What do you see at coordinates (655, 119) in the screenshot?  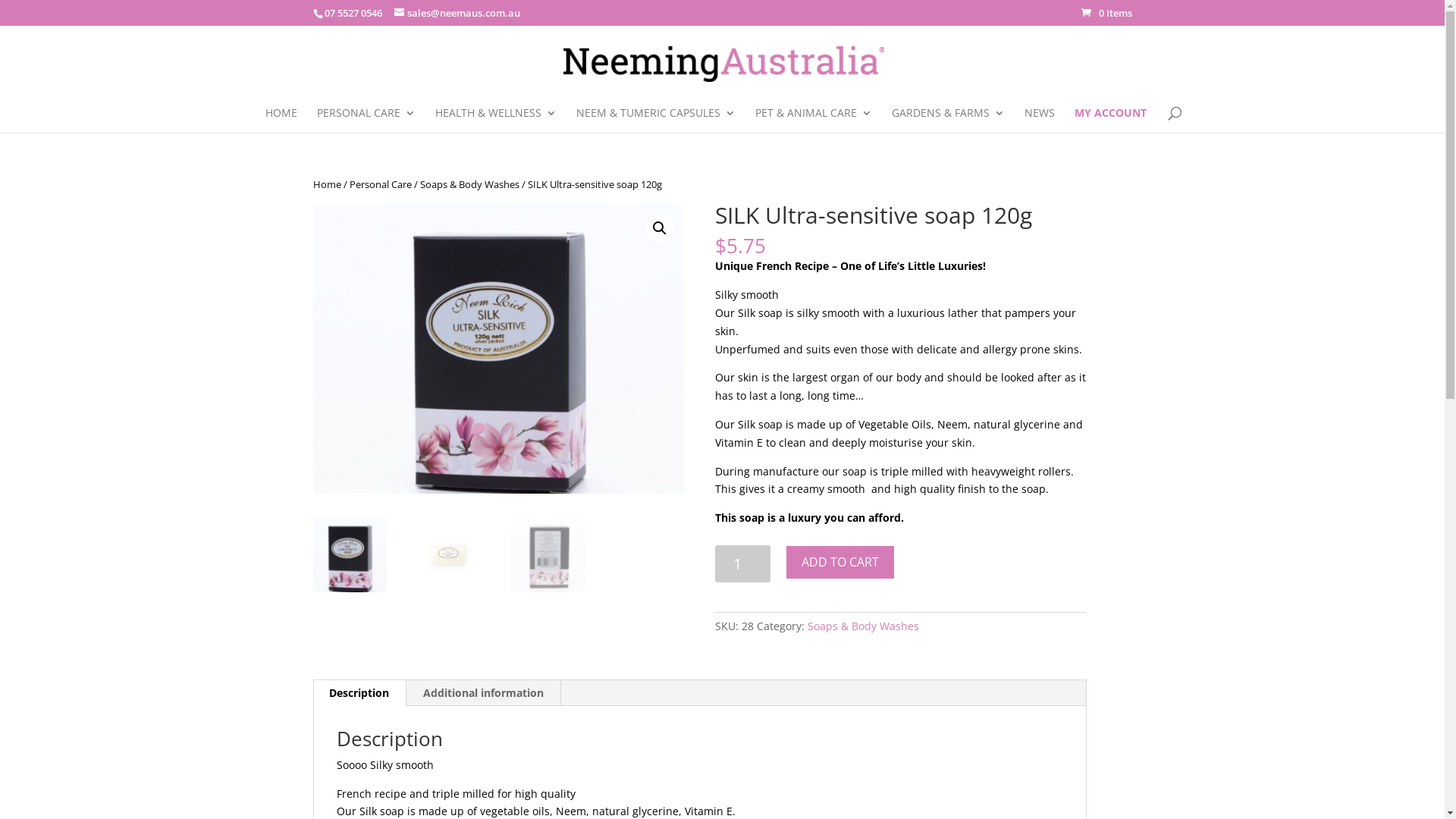 I see `'NEEM & TUMERIC CAPSULES'` at bounding box center [655, 119].